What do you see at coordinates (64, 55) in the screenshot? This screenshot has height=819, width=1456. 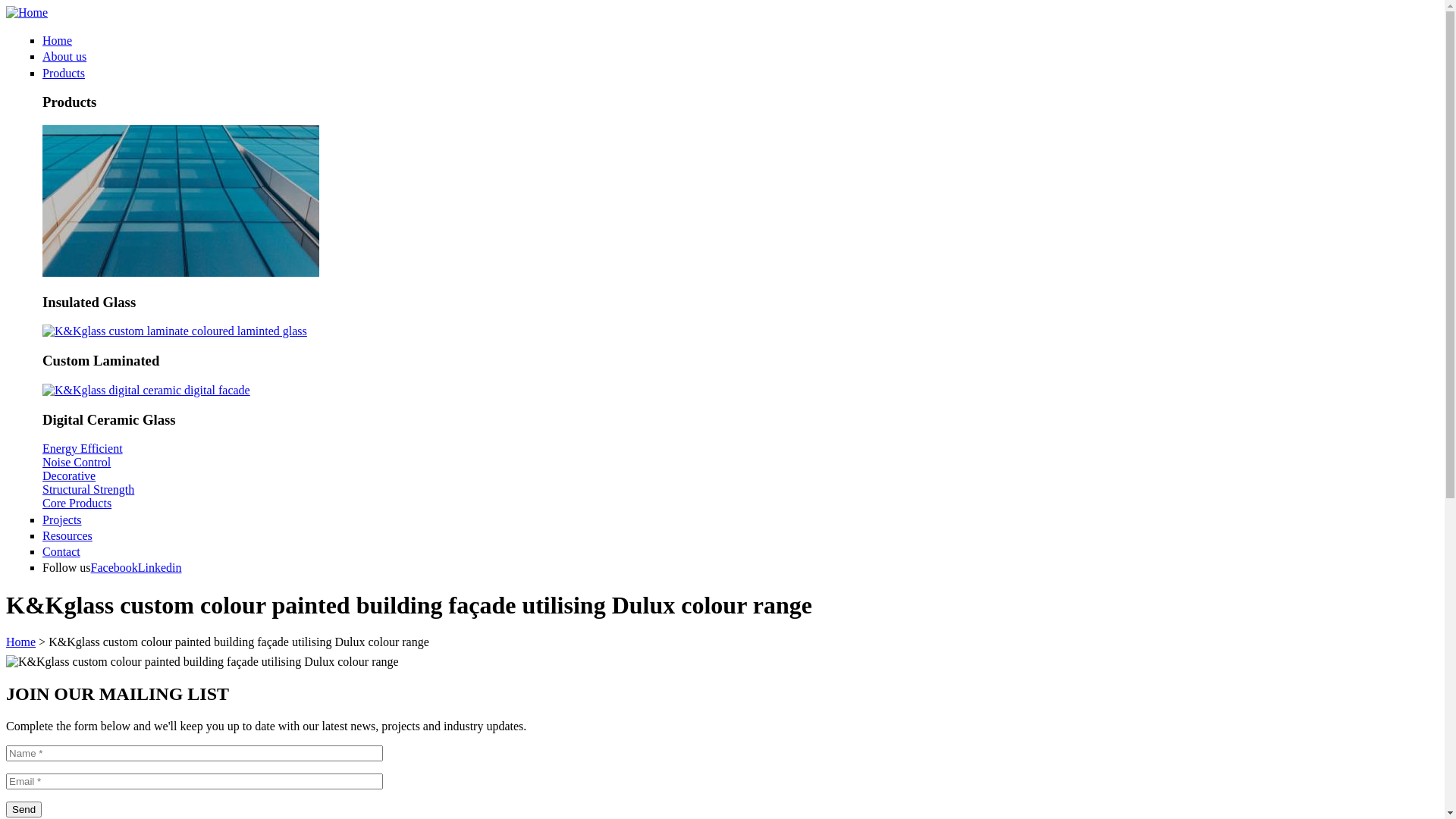 I see `'About us'` at bounding box center [64, 55].